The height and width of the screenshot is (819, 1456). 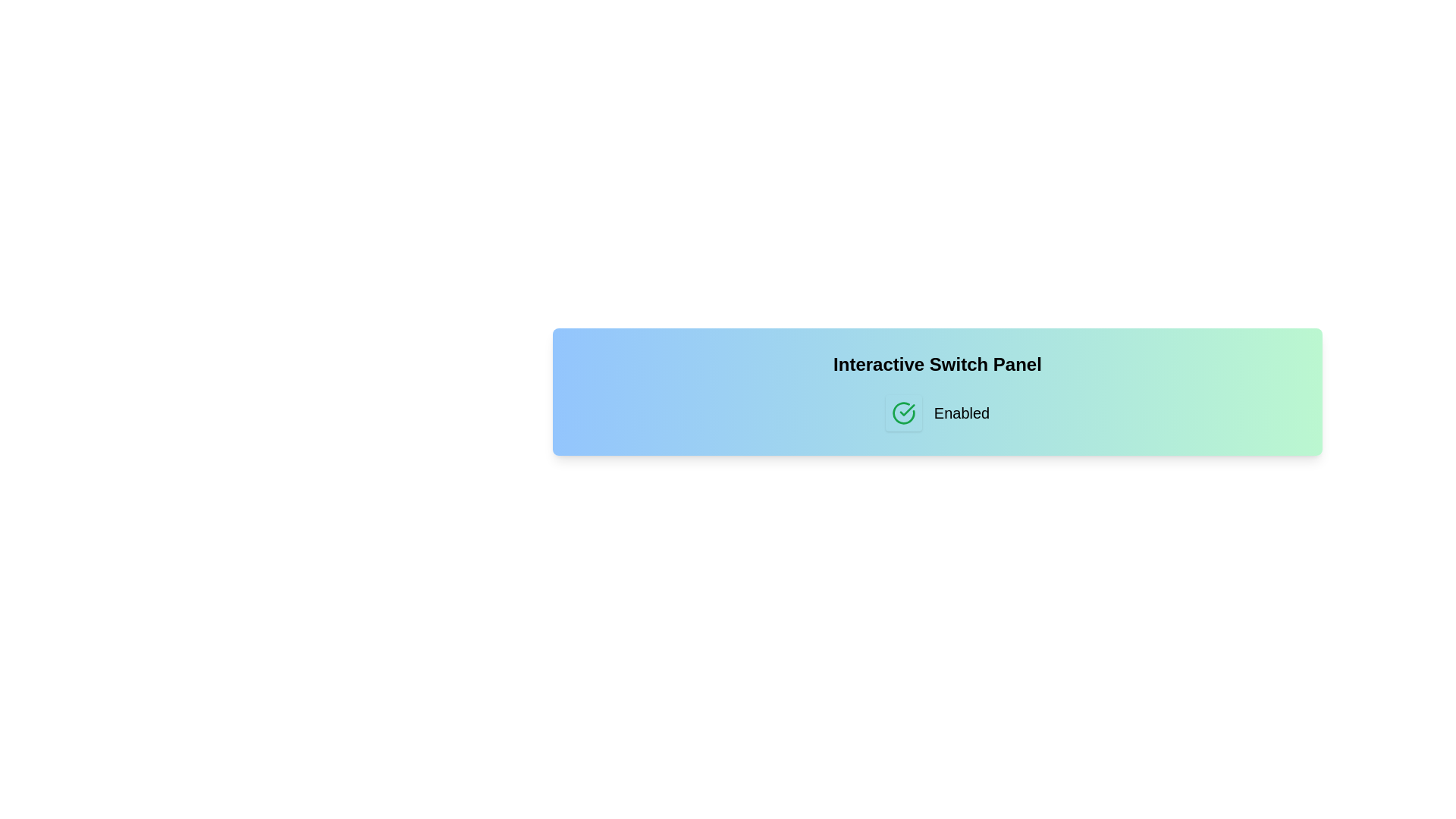 I want to click on the switch button to toggle its state, so click(x=903, y=413).